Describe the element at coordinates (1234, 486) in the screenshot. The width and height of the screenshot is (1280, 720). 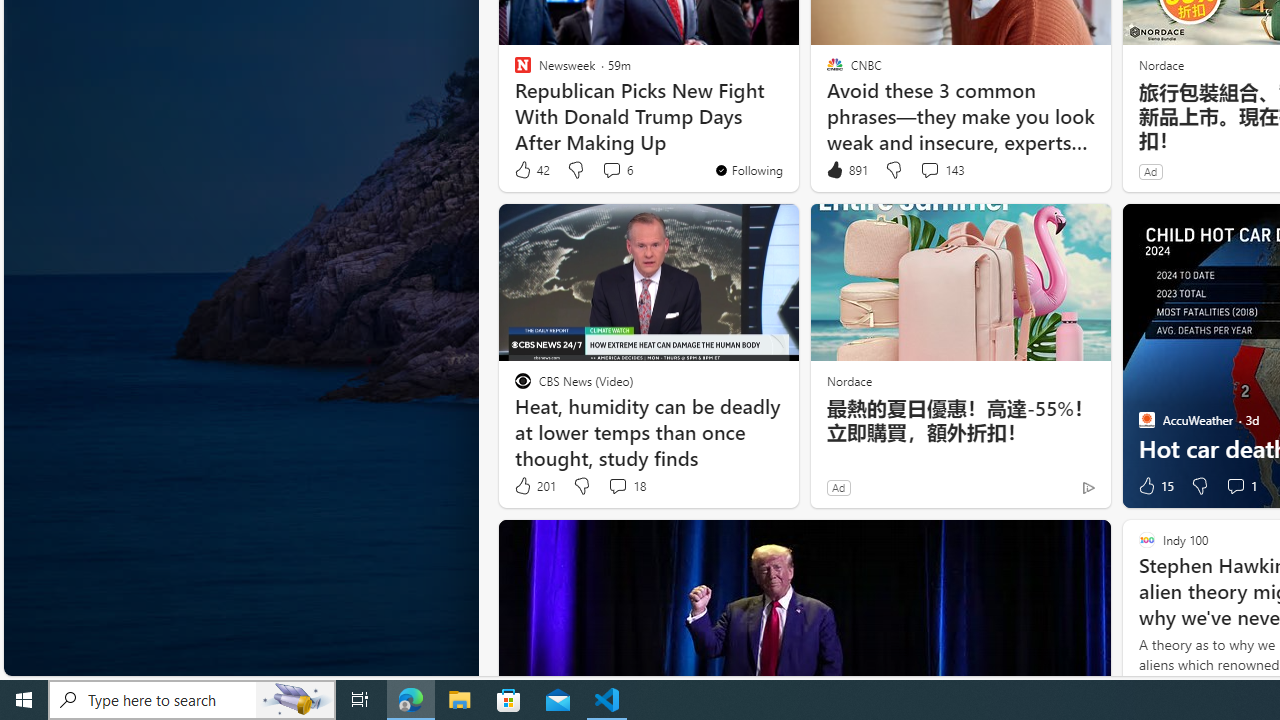
I see `'View comments 1 Comment'` at that location.